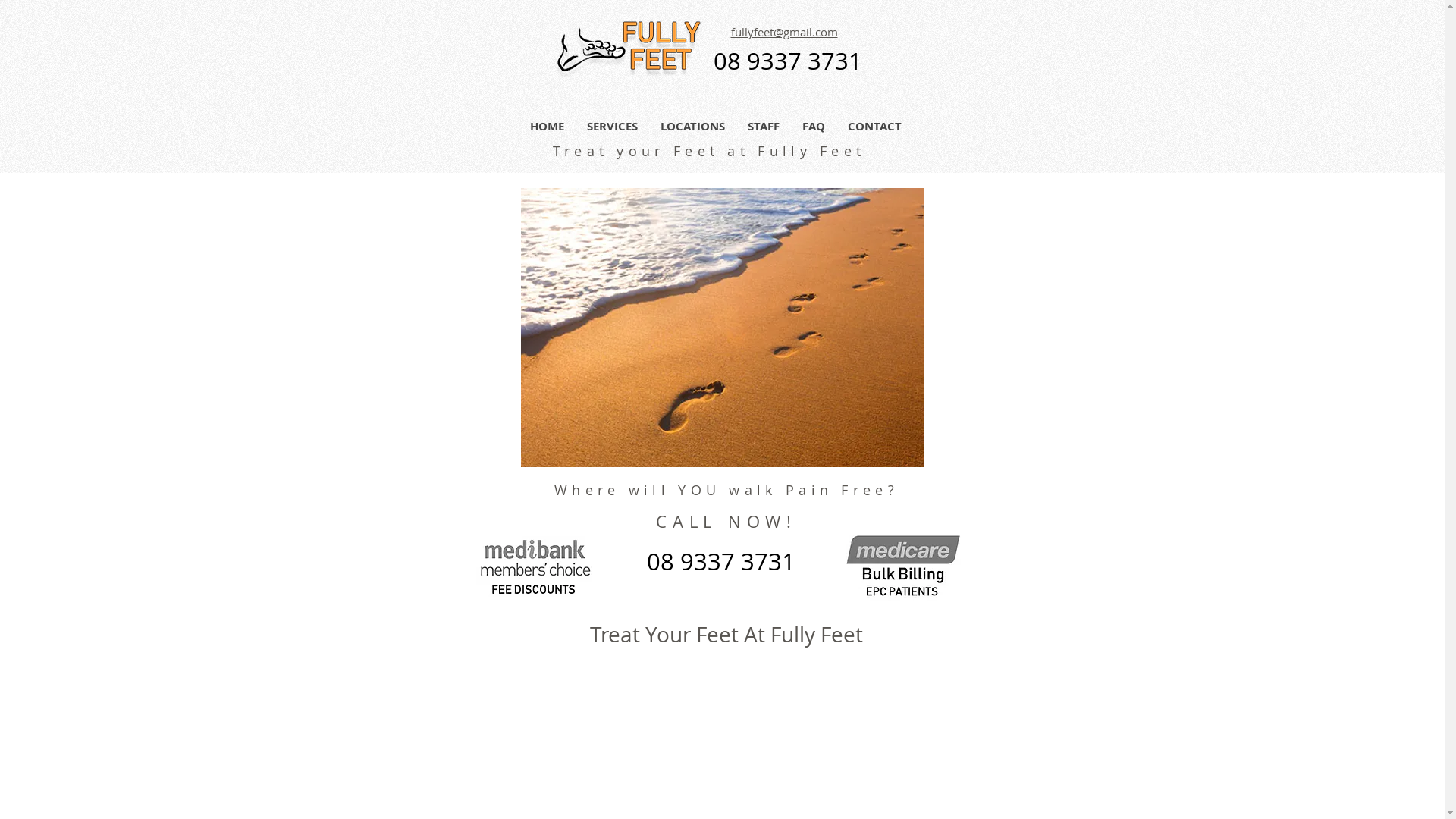 This screenshot has height=819, width=1456. What do you see at coordinates (611, 125) in the screenshot?
I see `'SERVICES'` at bounding box center [611, 125].